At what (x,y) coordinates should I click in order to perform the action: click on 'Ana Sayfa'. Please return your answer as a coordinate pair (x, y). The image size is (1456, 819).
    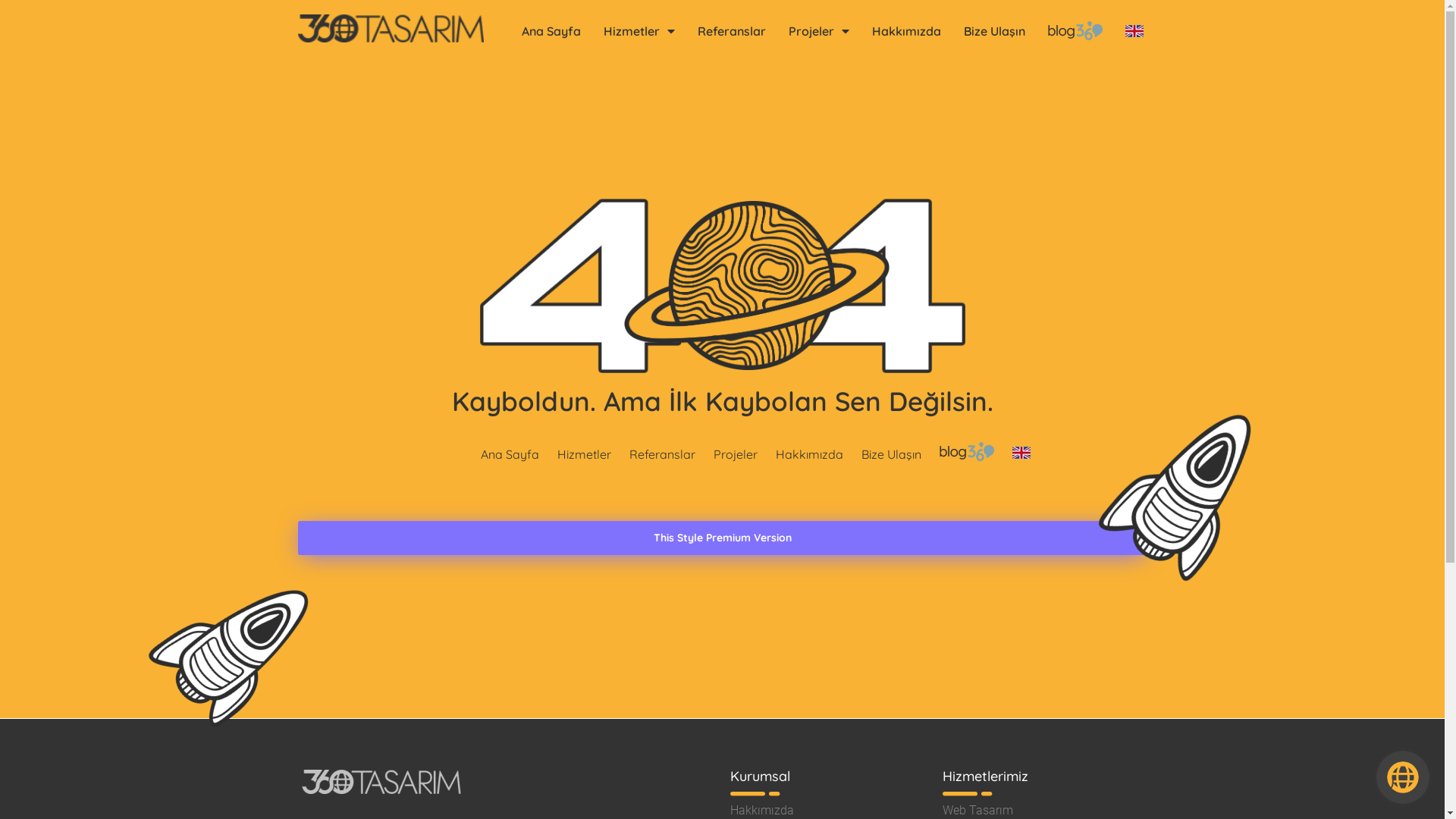
    Looking at the image, I should click on (549, 30).